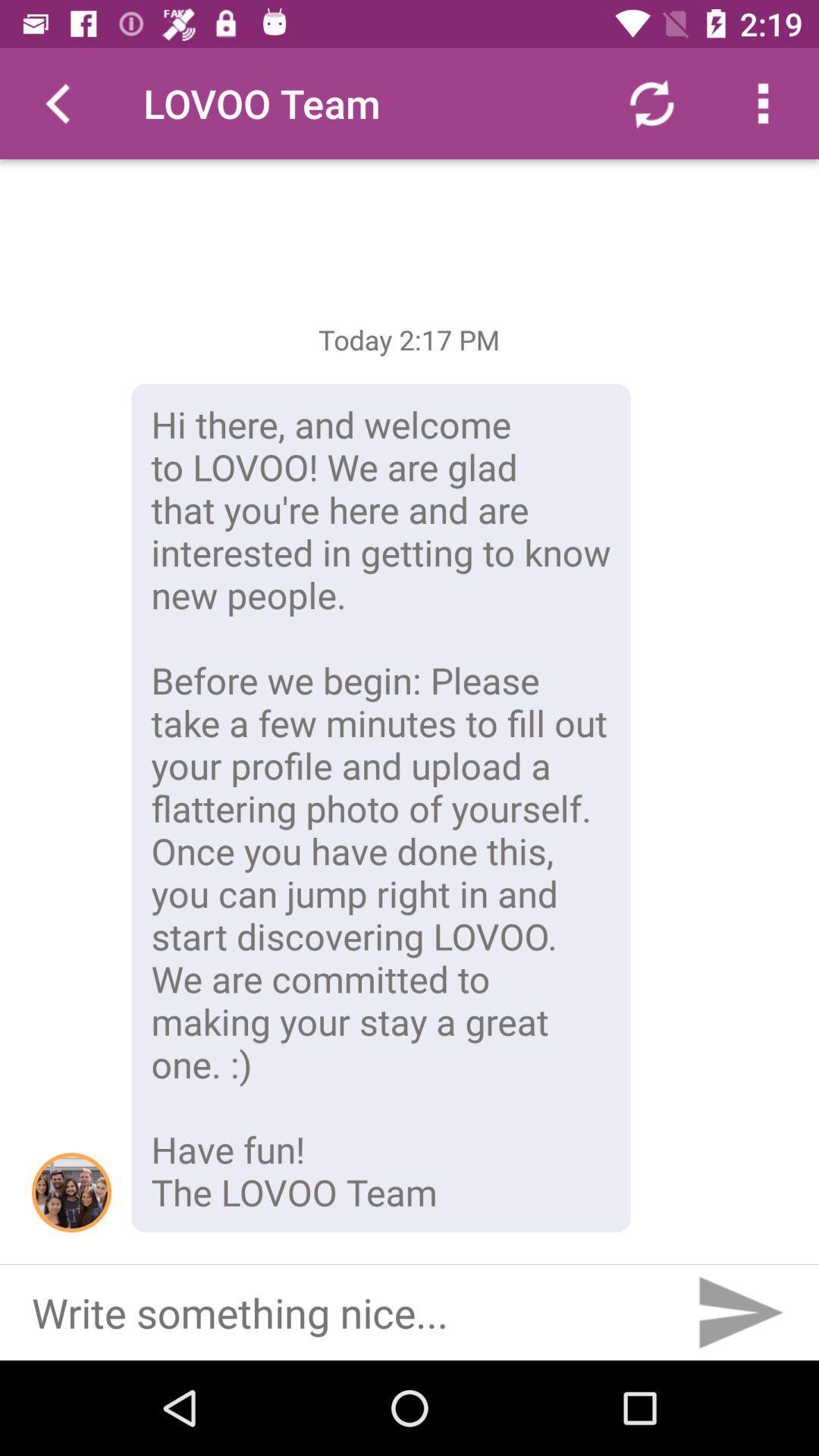 The width and height of the screenshot is (819, 1456). What do you see at coordinates (71, 1191) in the screenshot?
I see `see profile` at bounding box center [71, 1191].